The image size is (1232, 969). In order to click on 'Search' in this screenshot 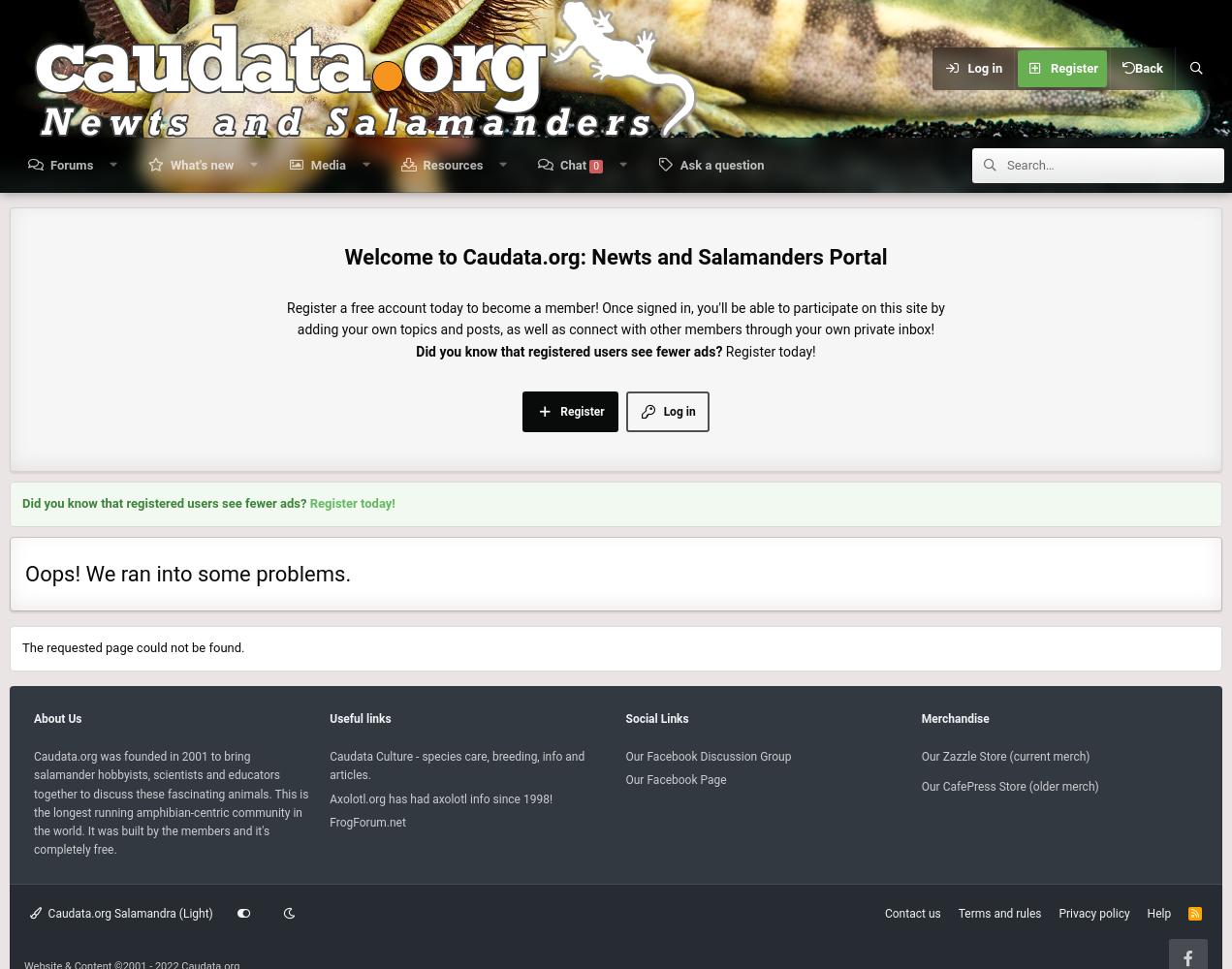, I will do `click(1125, 301)`.